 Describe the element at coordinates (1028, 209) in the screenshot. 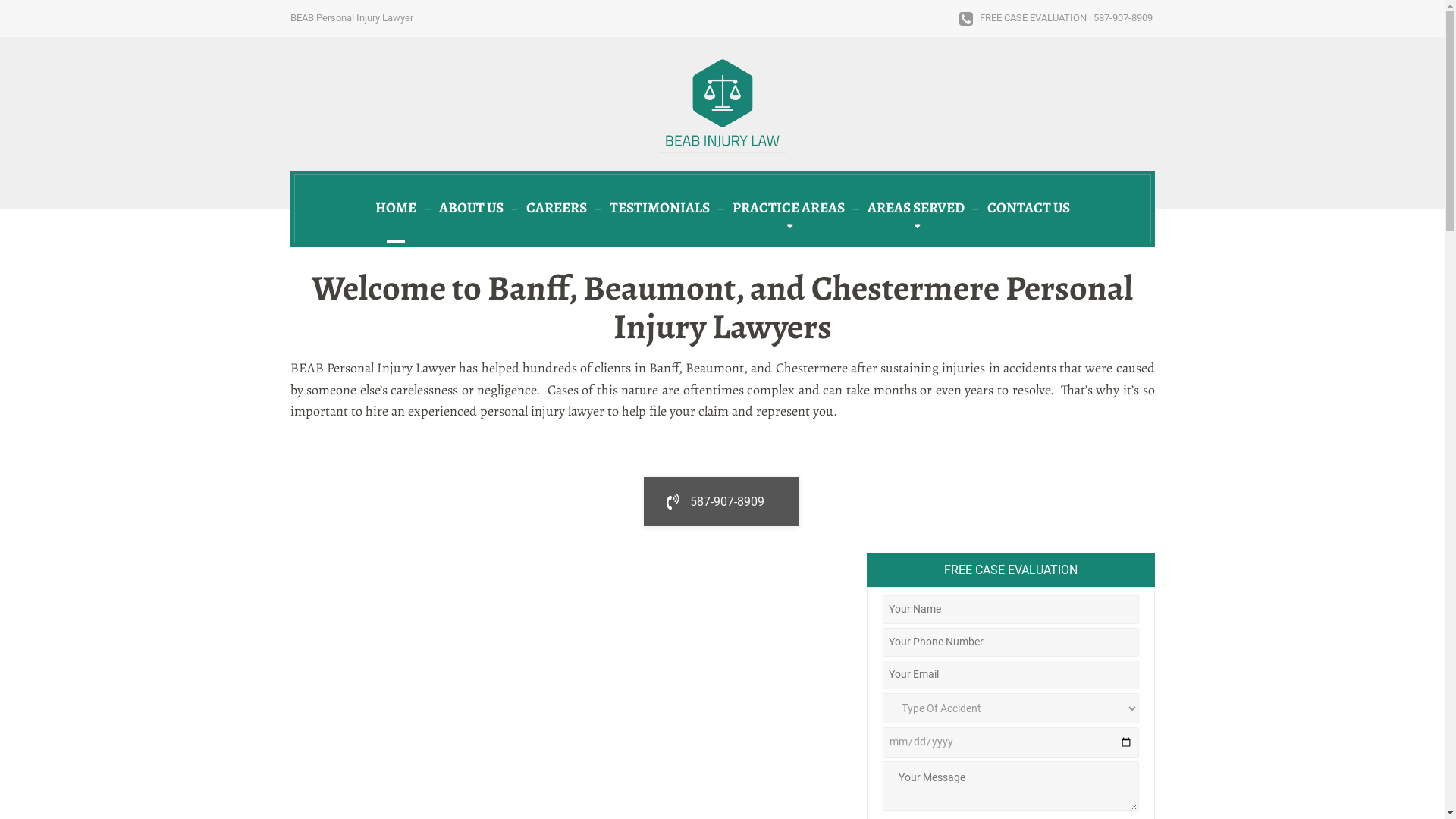

I see `'CONTACT US'` at that location.